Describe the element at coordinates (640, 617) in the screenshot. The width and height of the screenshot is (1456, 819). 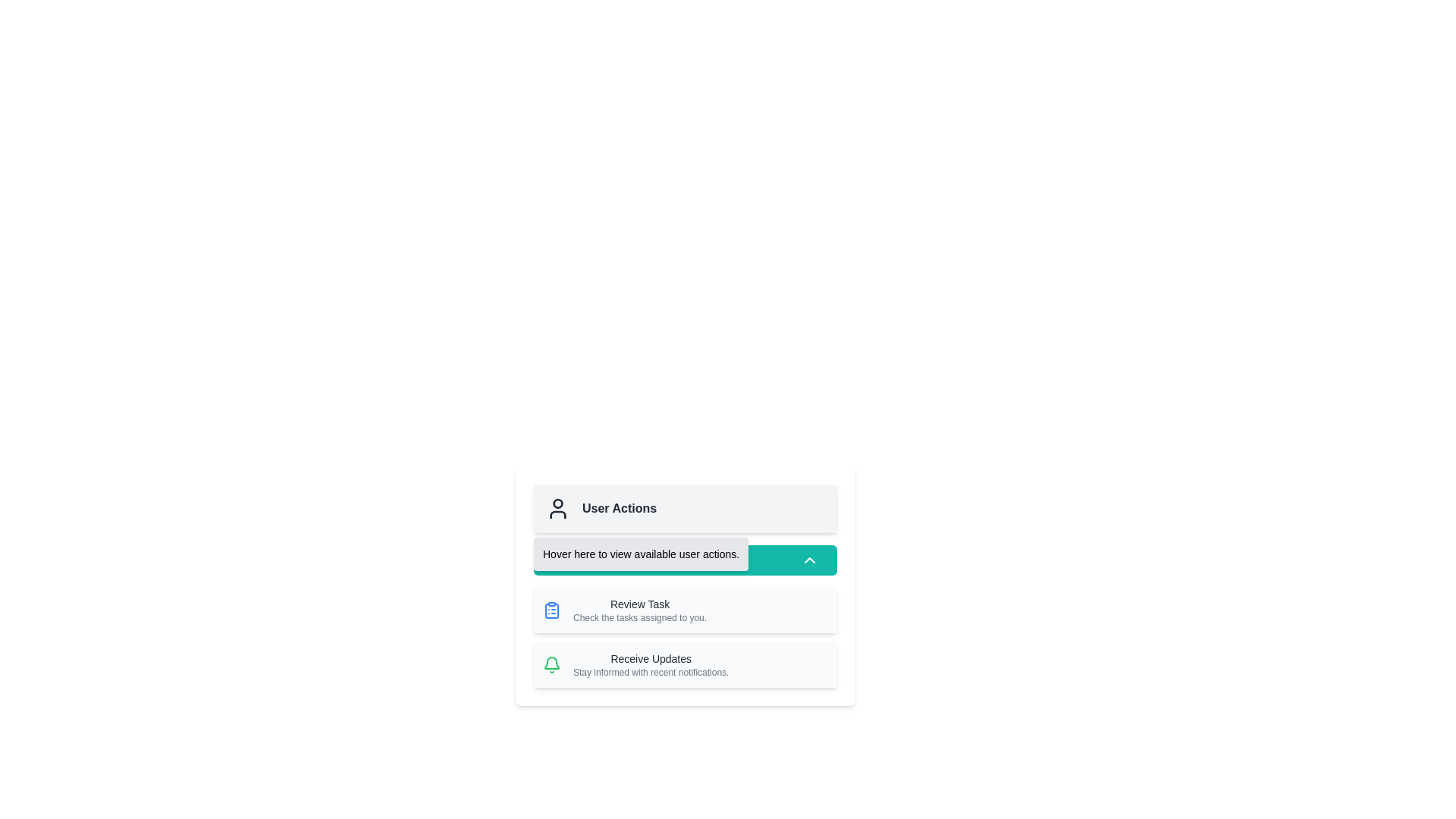
I see `the text label that reads 'Check the tasks assigned to you.' which is styled in a small, light gray font and located below the 'Review Task' title` at that location.